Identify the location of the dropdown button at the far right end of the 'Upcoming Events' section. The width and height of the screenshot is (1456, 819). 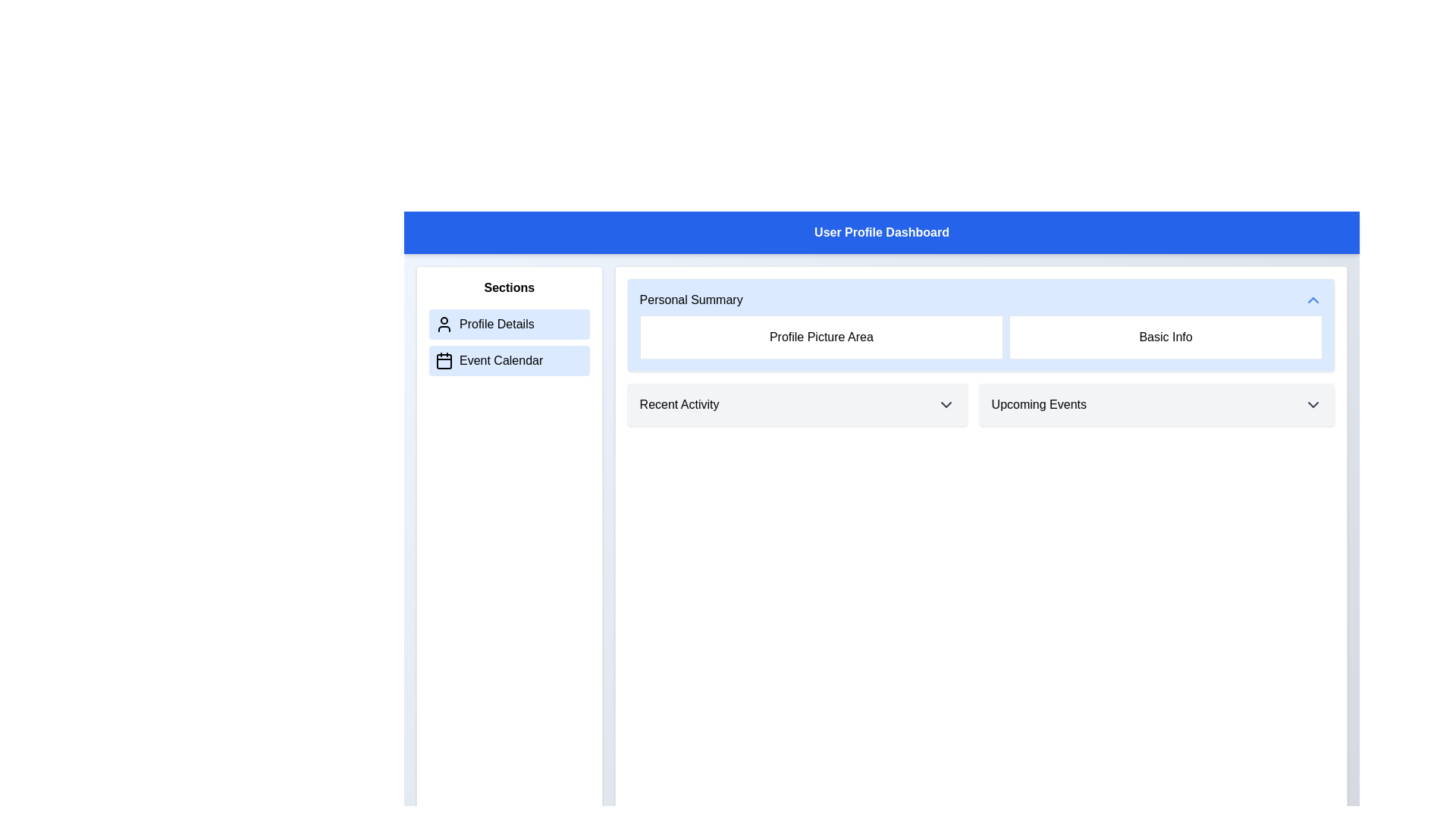
(1313, 403).